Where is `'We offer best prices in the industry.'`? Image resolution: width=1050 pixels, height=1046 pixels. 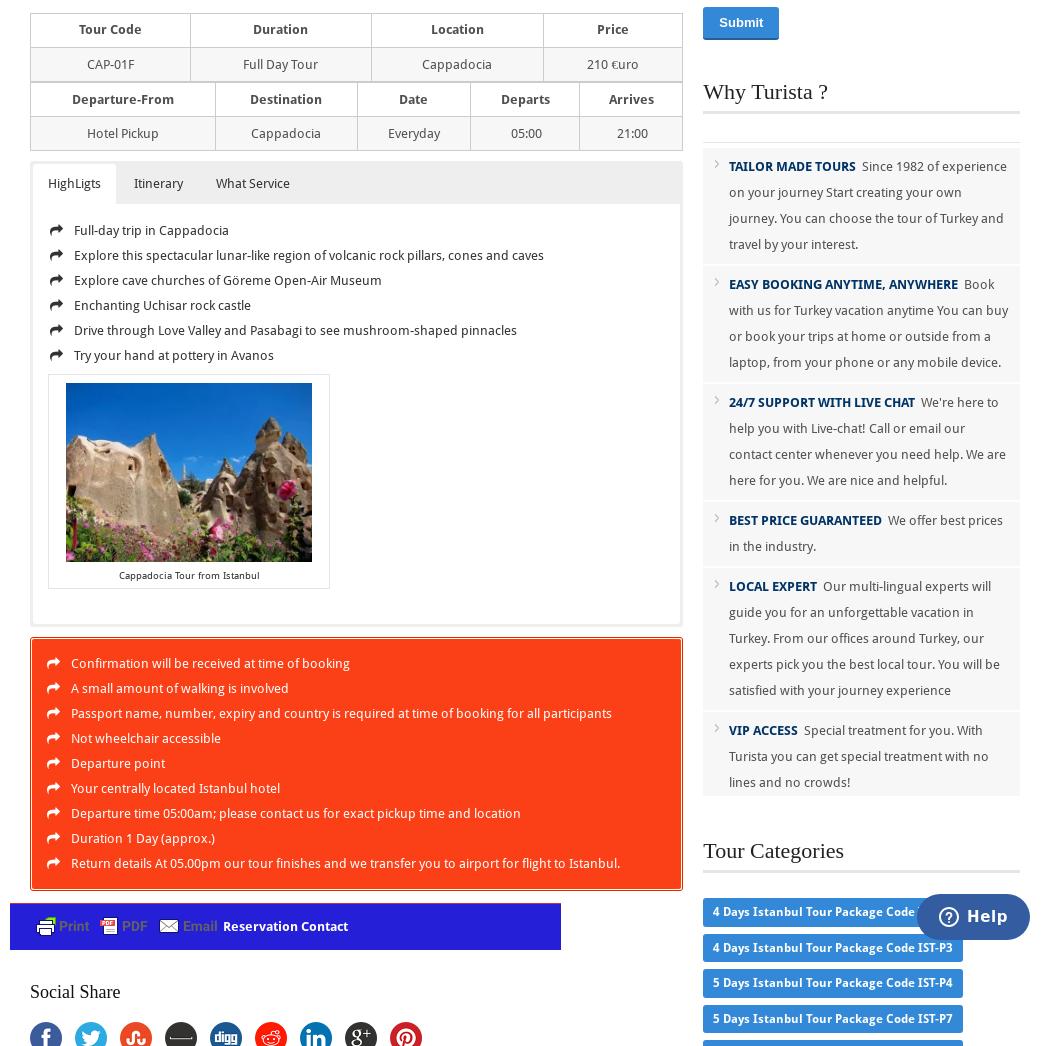
'We offer best prices in the industry.' is located at coordinates (728, 532).